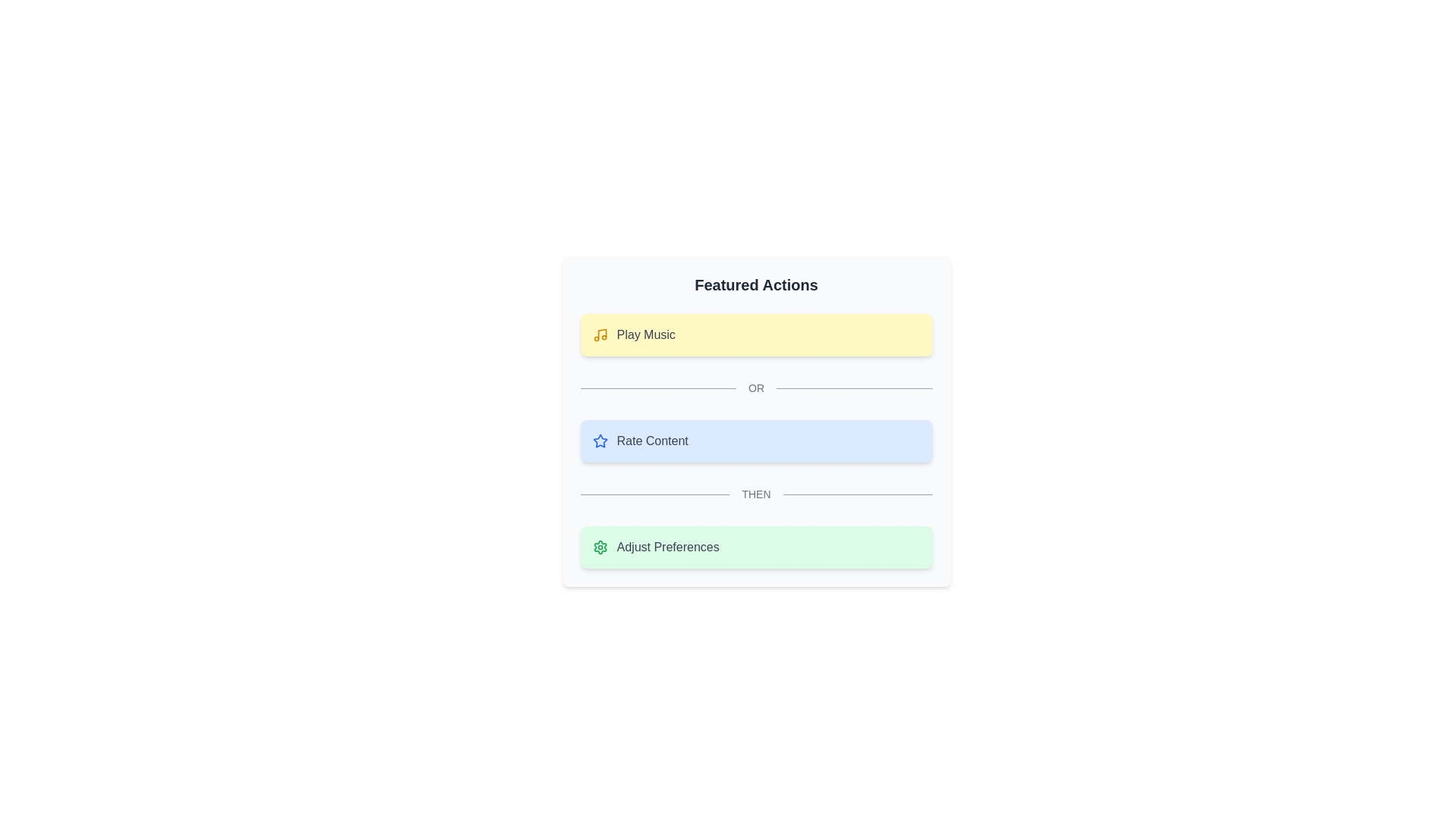  What do you see at coordinates (756, 547) in the screenshot?
I see `the 'Adjust Preferences' button, which is a horizontally aligned rectangular button with rounded corners and a light green background, located below the 'THEN' separator` at bounding box center [756, 547].